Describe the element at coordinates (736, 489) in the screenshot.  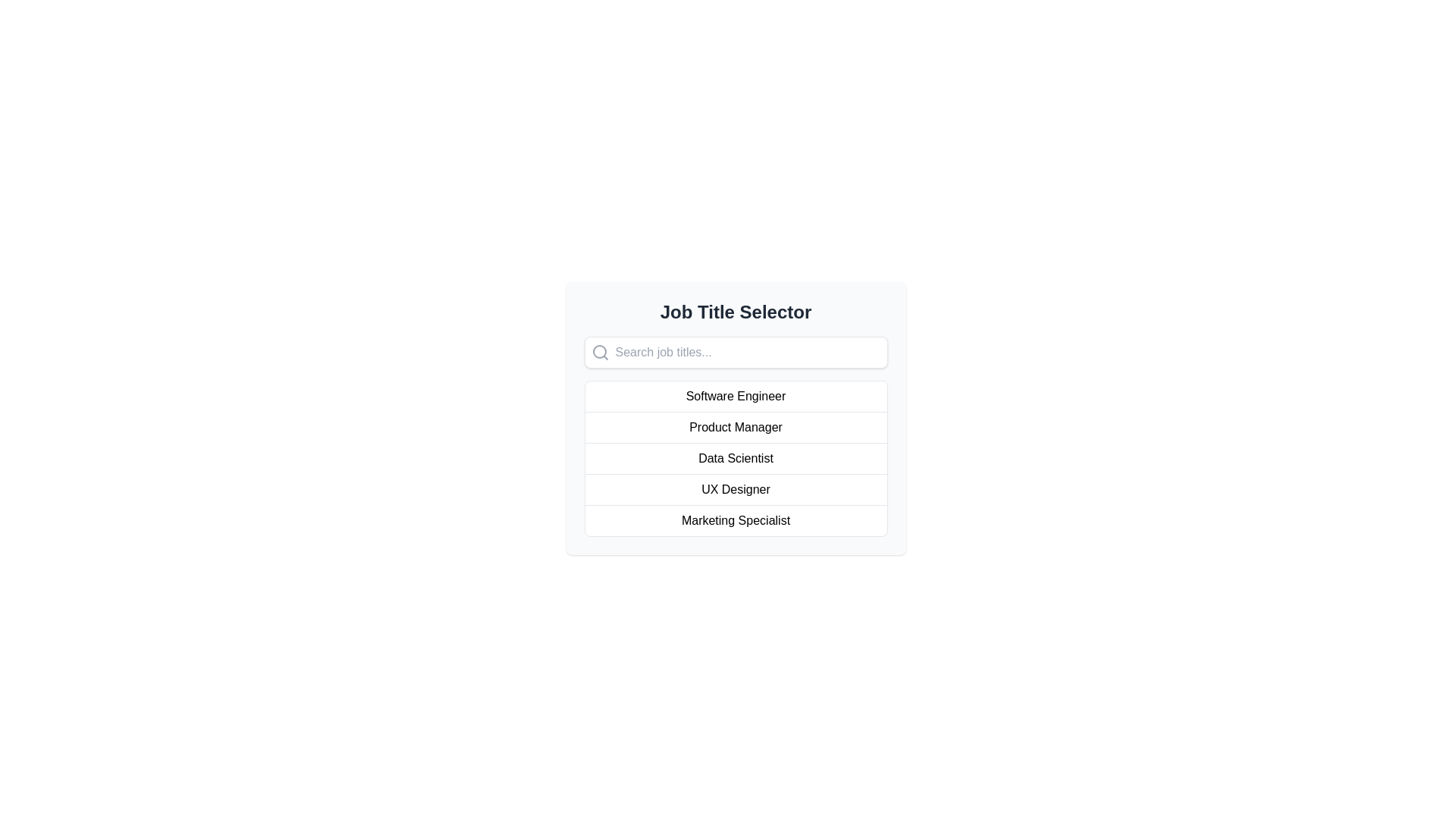
I see `the list item displaying the text 'UX Designer' in the Job Title Selector` at that location.